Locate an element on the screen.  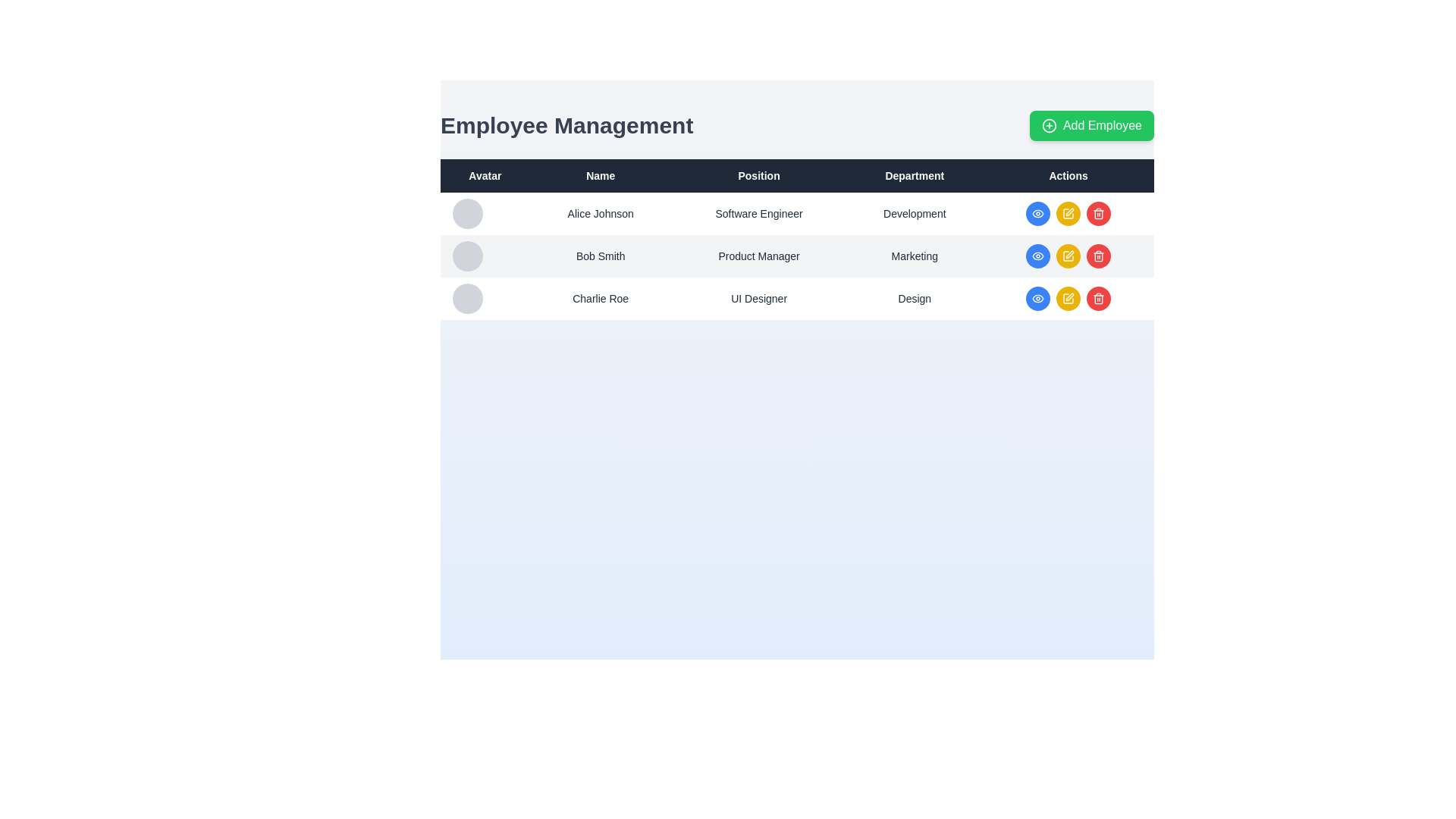
the delete button located in the 'Actions' column of the third row in the table to initiate a delete action is located at coordinates (1099, 298).